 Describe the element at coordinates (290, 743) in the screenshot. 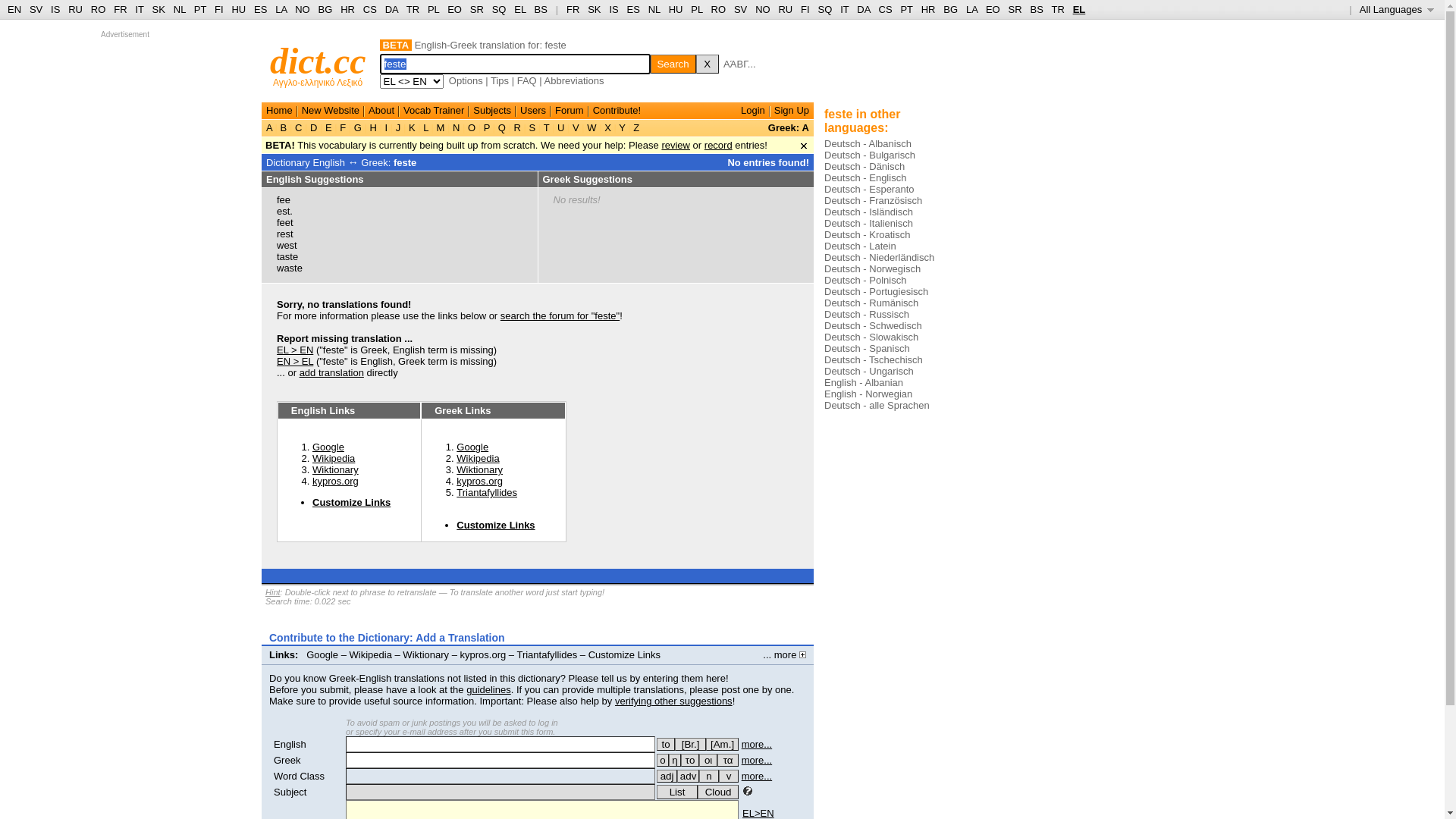

I see `'English'` at that location.